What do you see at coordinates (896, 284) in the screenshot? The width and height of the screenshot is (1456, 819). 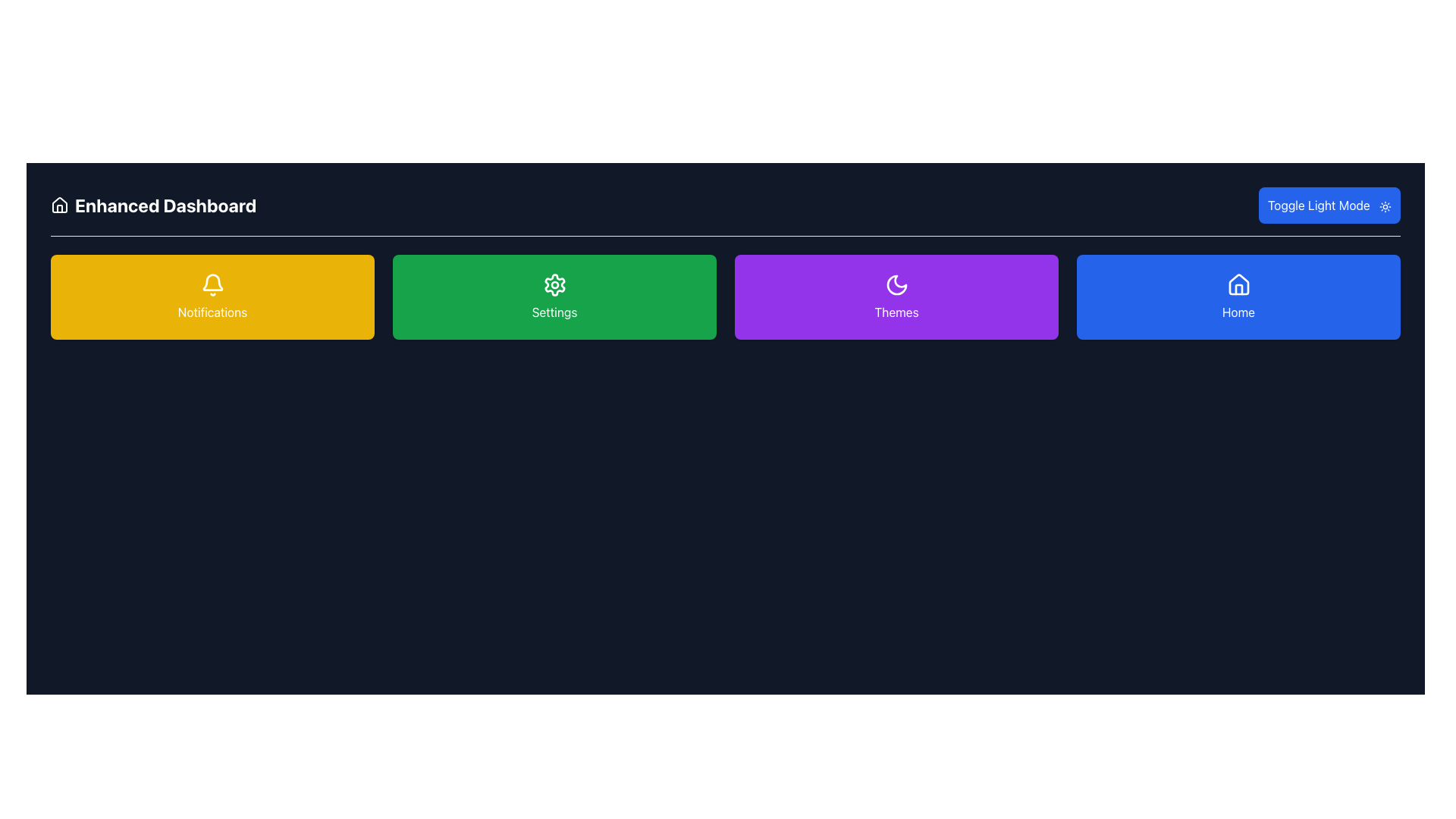 I see `the crescent moon icon within the Themes button, which is the third button from the left in a row of colored buttons` at bounding box center [896, 284].